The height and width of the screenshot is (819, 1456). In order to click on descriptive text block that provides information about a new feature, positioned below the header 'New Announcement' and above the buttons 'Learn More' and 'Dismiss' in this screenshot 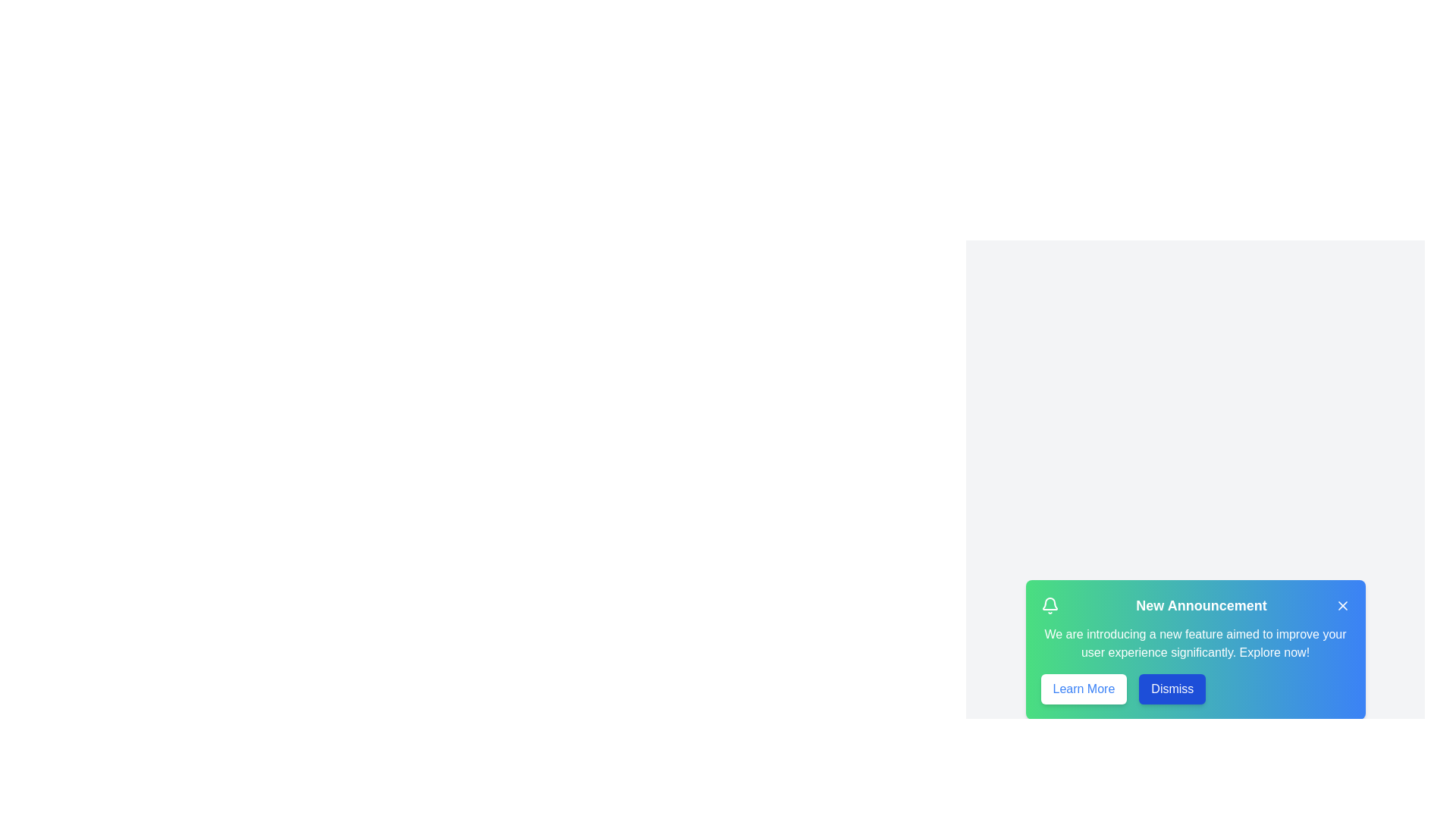, I will do `click(1194, 643)`.